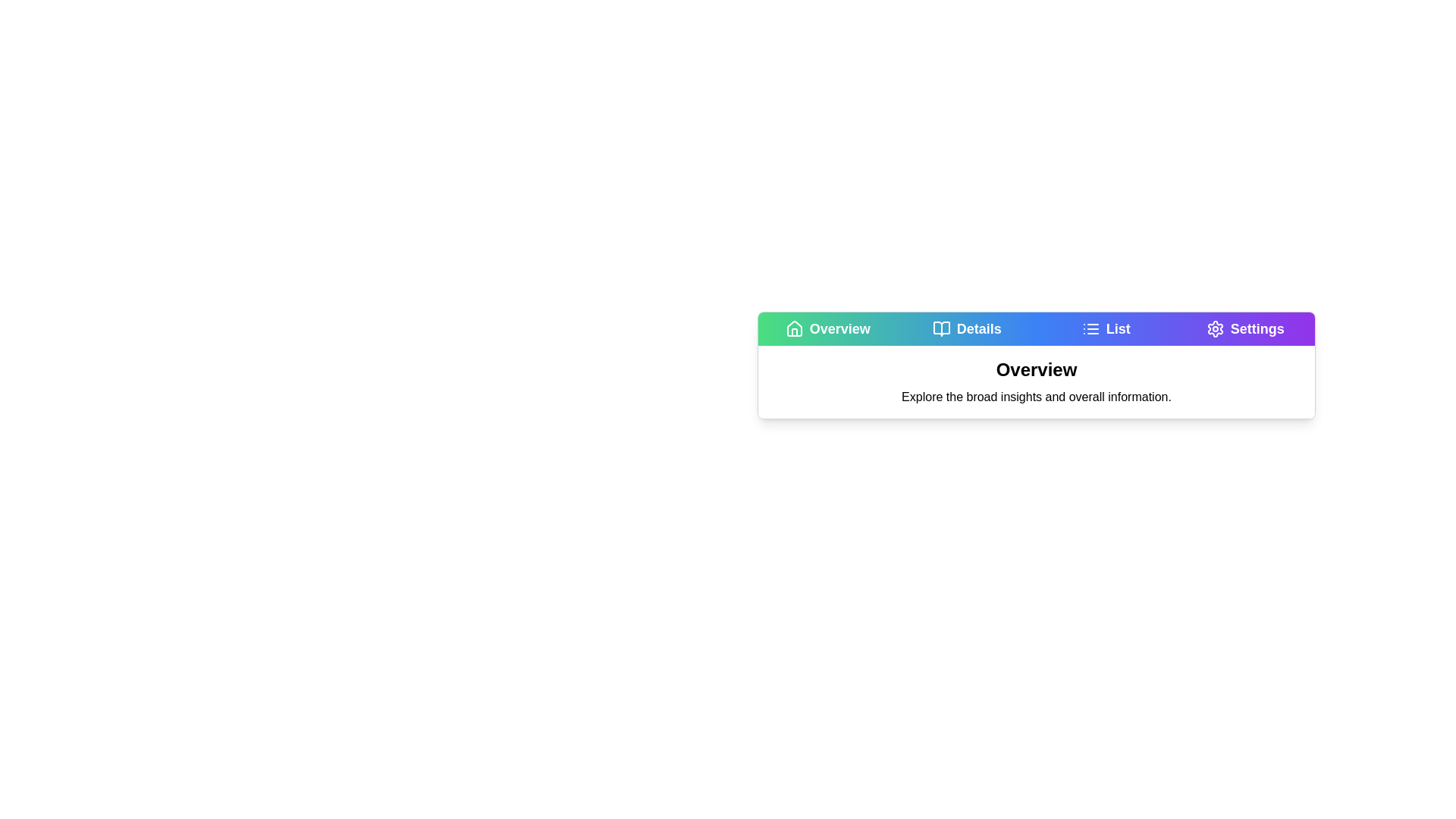 The width and height of the screenshot is (1456, 819). Describe the element at coordinates (940, 328) in the screenshot. I see `the 'Details' icon in the navigation bar` at that location.